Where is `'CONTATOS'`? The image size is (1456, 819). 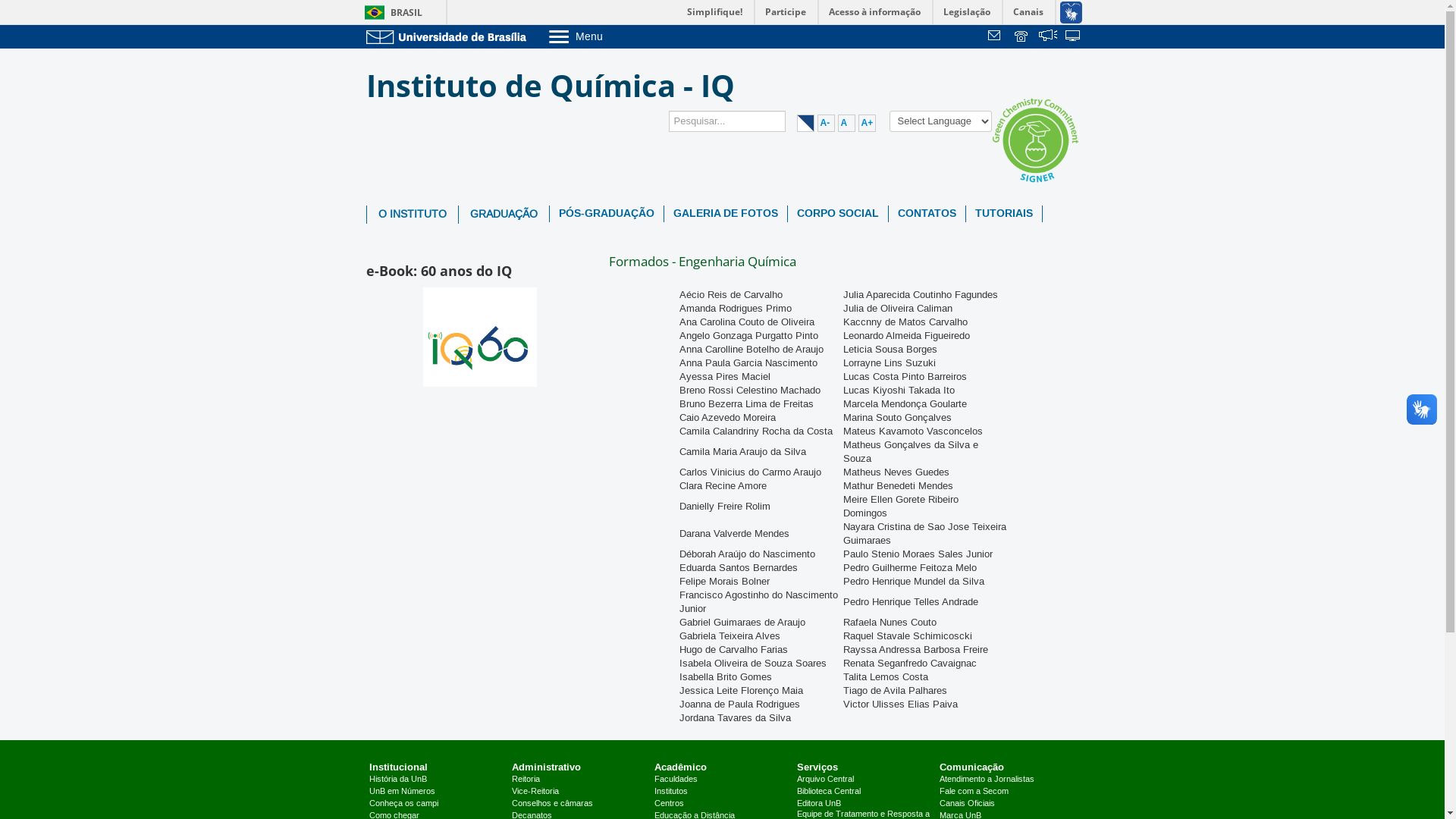 'CONTATOS' is located at coordinates (926, 213).